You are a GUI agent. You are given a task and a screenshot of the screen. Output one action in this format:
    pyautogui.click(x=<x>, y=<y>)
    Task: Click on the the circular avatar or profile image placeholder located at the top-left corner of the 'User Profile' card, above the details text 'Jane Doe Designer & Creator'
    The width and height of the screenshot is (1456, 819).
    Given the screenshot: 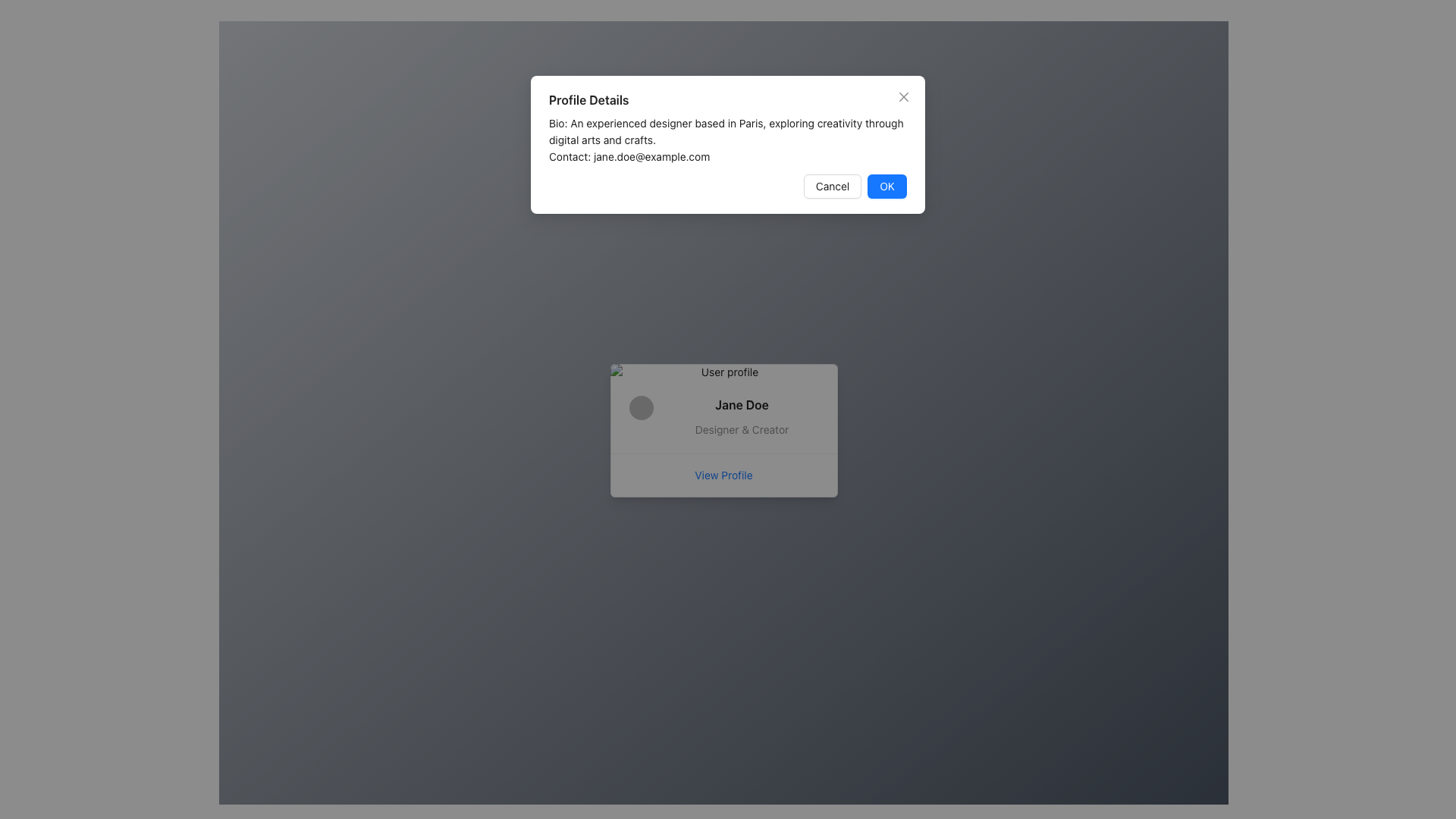 What is the action you would take?
    pyautogui.click(x=647, y=416)
    